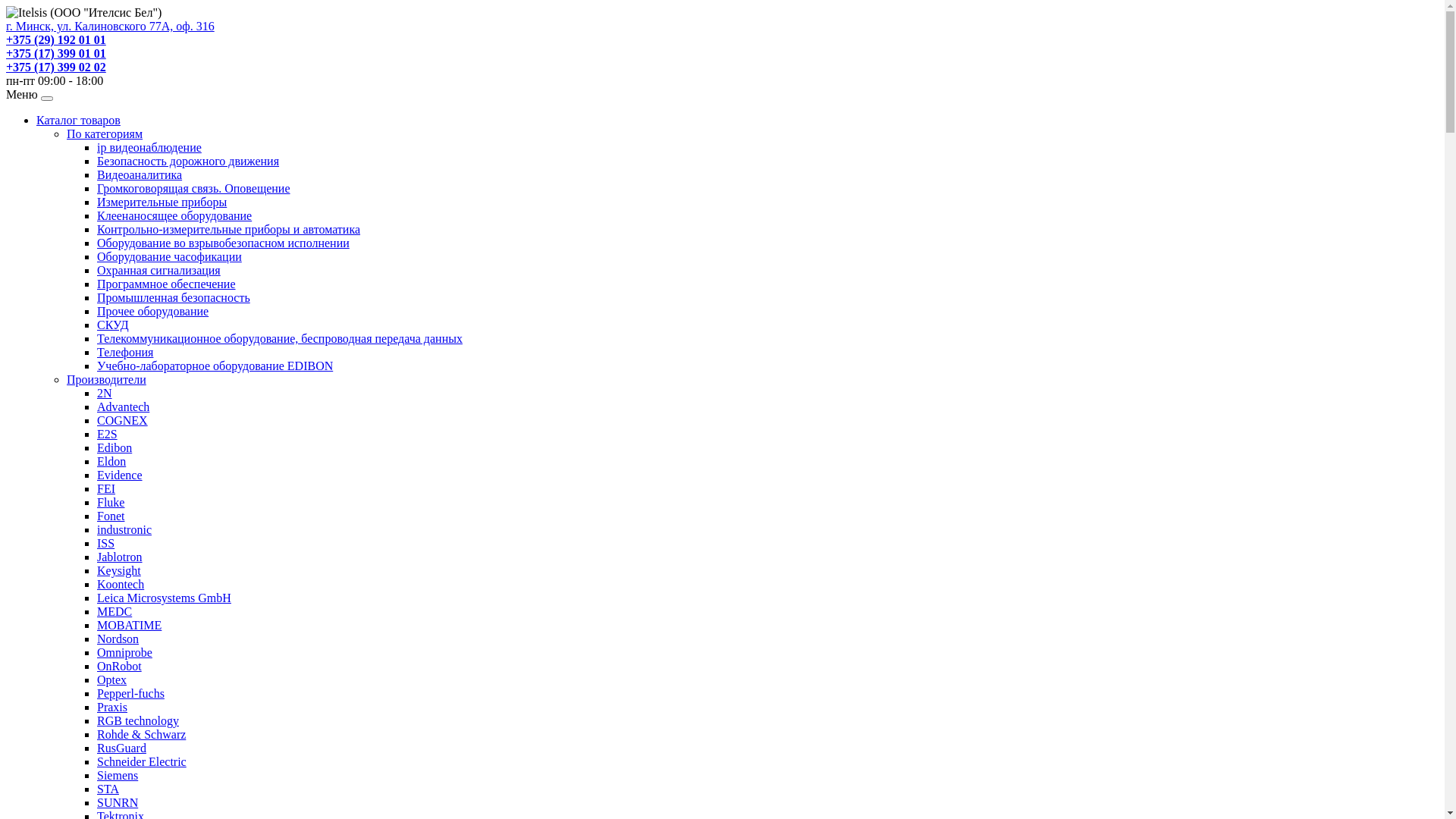  I want to click on 'Leica Microsystems GmbH', so click(164, 597).